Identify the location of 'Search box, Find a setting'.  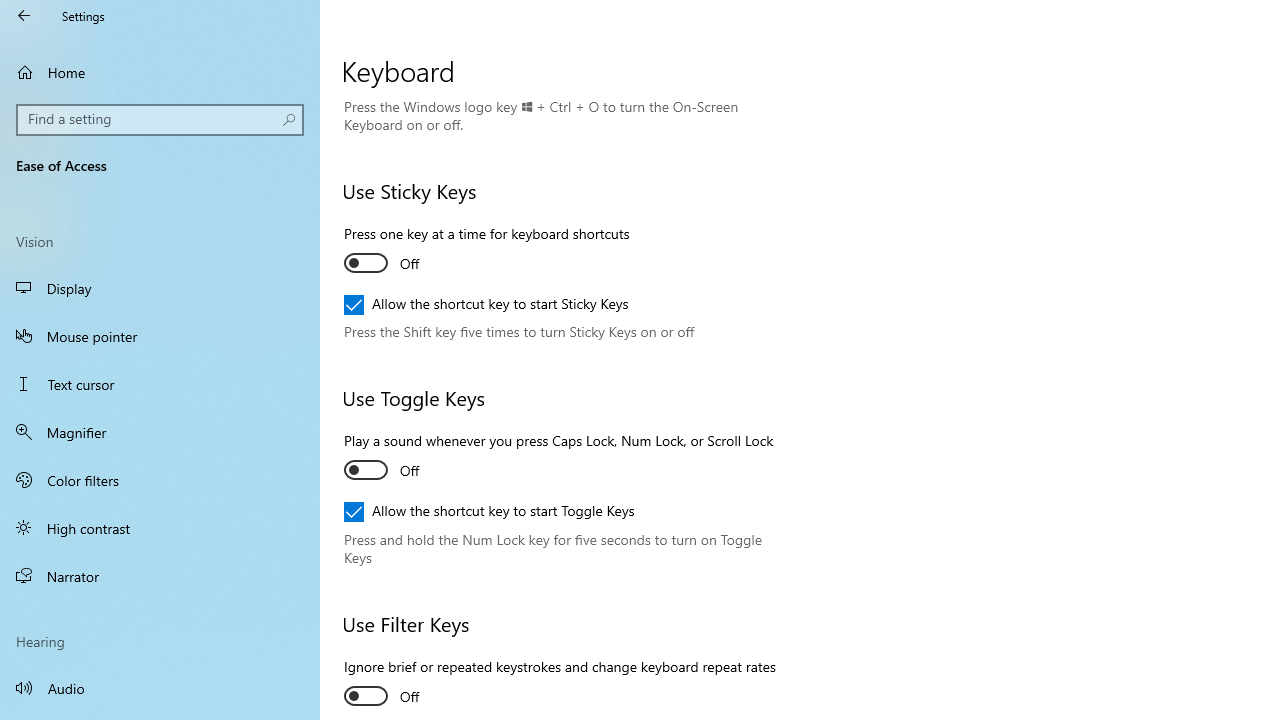
(160, 119).